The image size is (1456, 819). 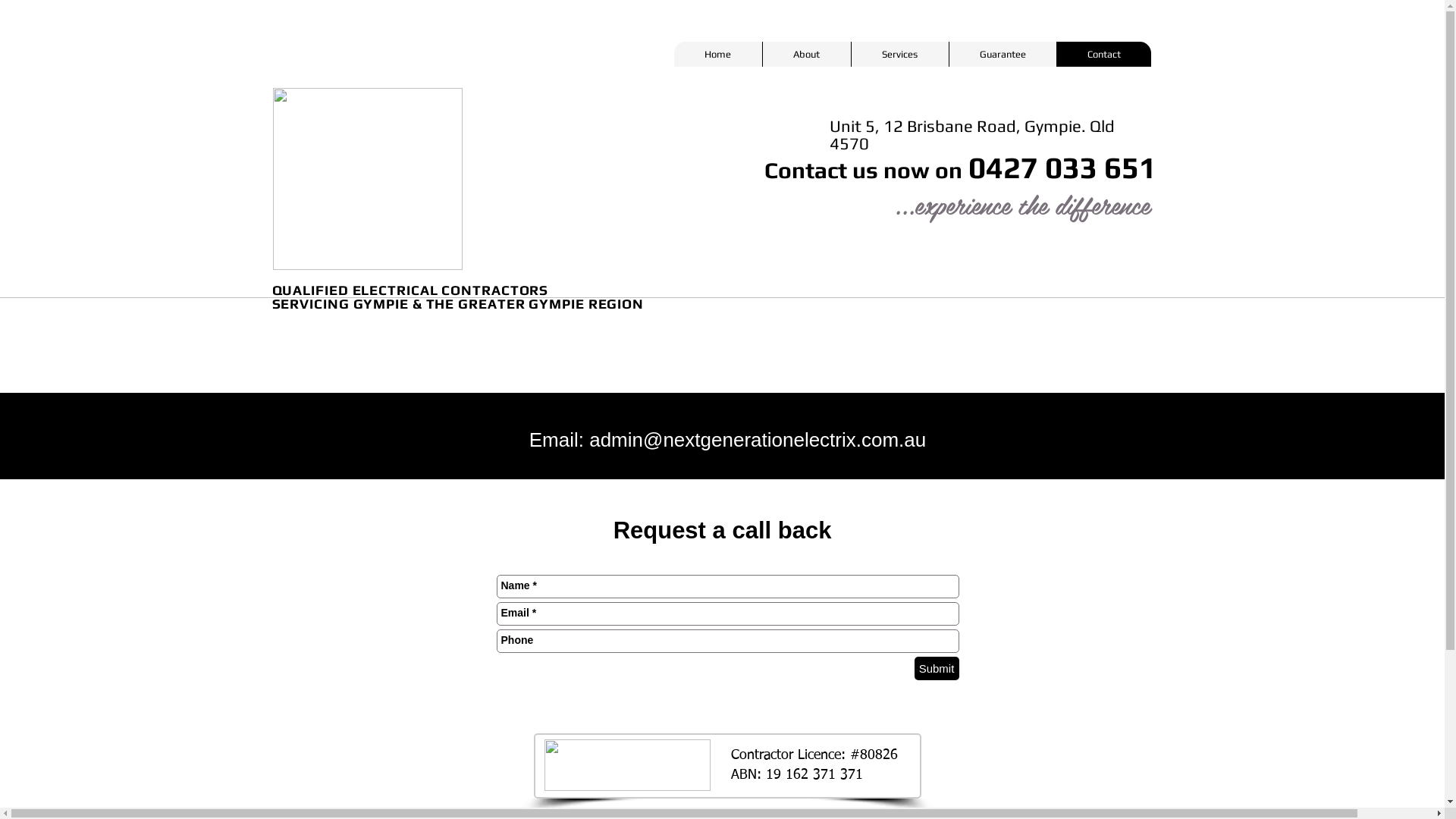 What do you see at coordinates (899, 53) in the screenshot?
I see `'Services'` at bounding box center [899, 53].